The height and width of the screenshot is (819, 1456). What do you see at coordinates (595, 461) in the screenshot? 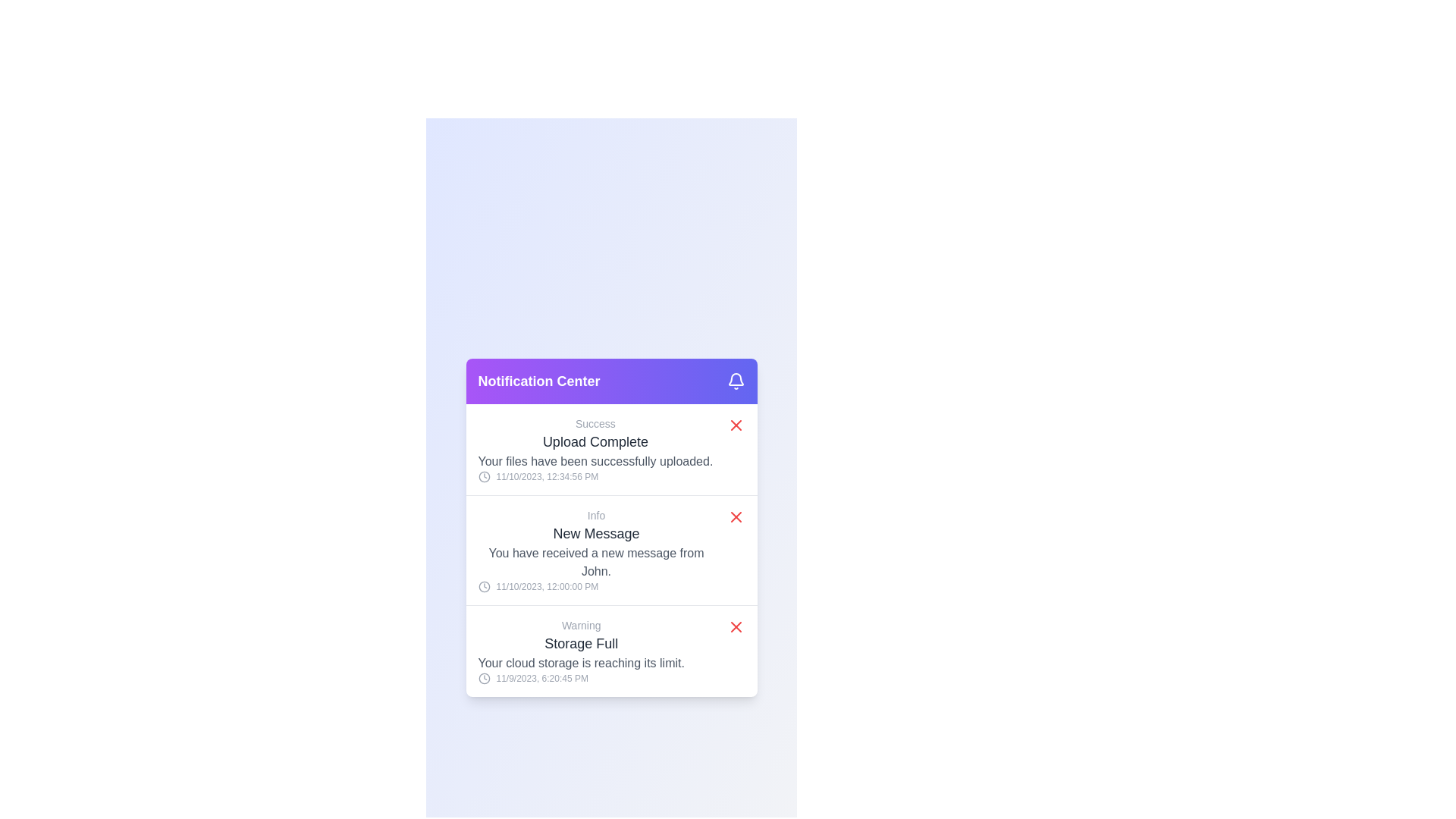
I see `text displaying the message 'Your files have been successfully uploaded.' located in the notification card below the title 'Upload Complete'` at bounding box center [595, 461].